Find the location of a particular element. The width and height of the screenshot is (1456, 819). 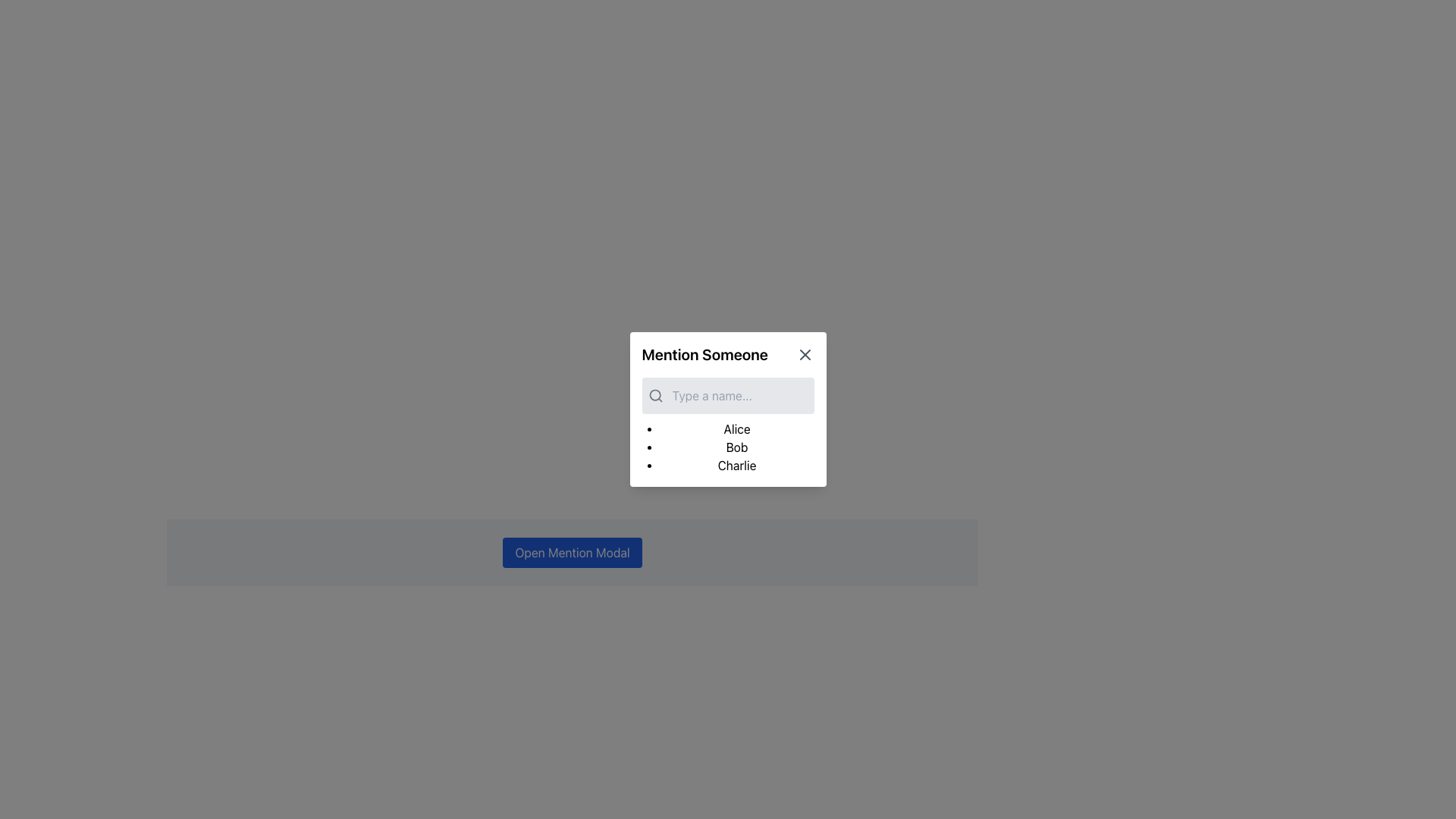

the 'Mention Someone' text label, which is a bold header located at the top-left section of a white rectangular modal is located at coordinates (704, 354).